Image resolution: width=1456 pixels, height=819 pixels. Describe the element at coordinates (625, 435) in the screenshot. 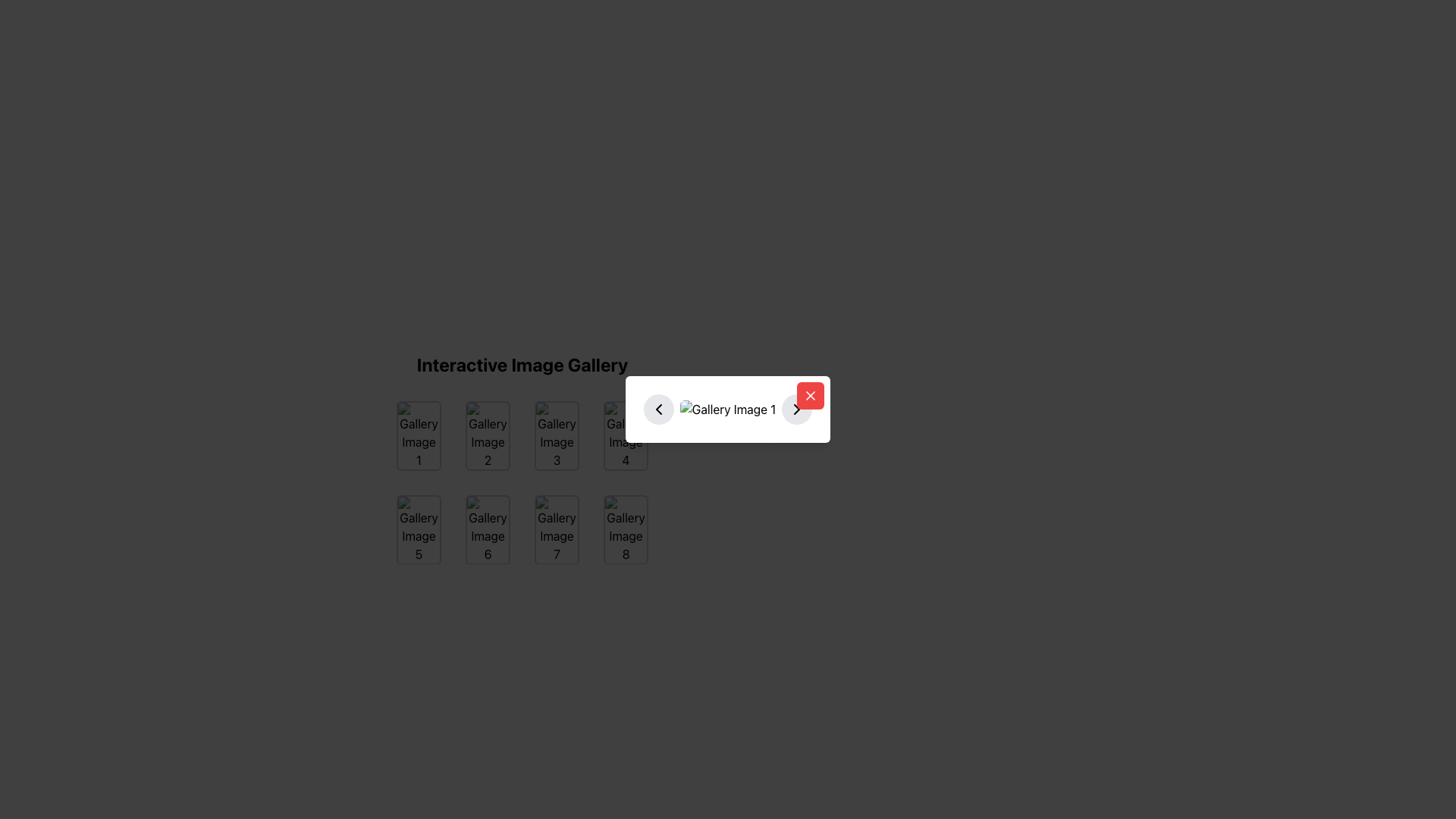

I see `the circular element representing the circular part of the zoom-in symbol within the SVG graphic component` at that location.